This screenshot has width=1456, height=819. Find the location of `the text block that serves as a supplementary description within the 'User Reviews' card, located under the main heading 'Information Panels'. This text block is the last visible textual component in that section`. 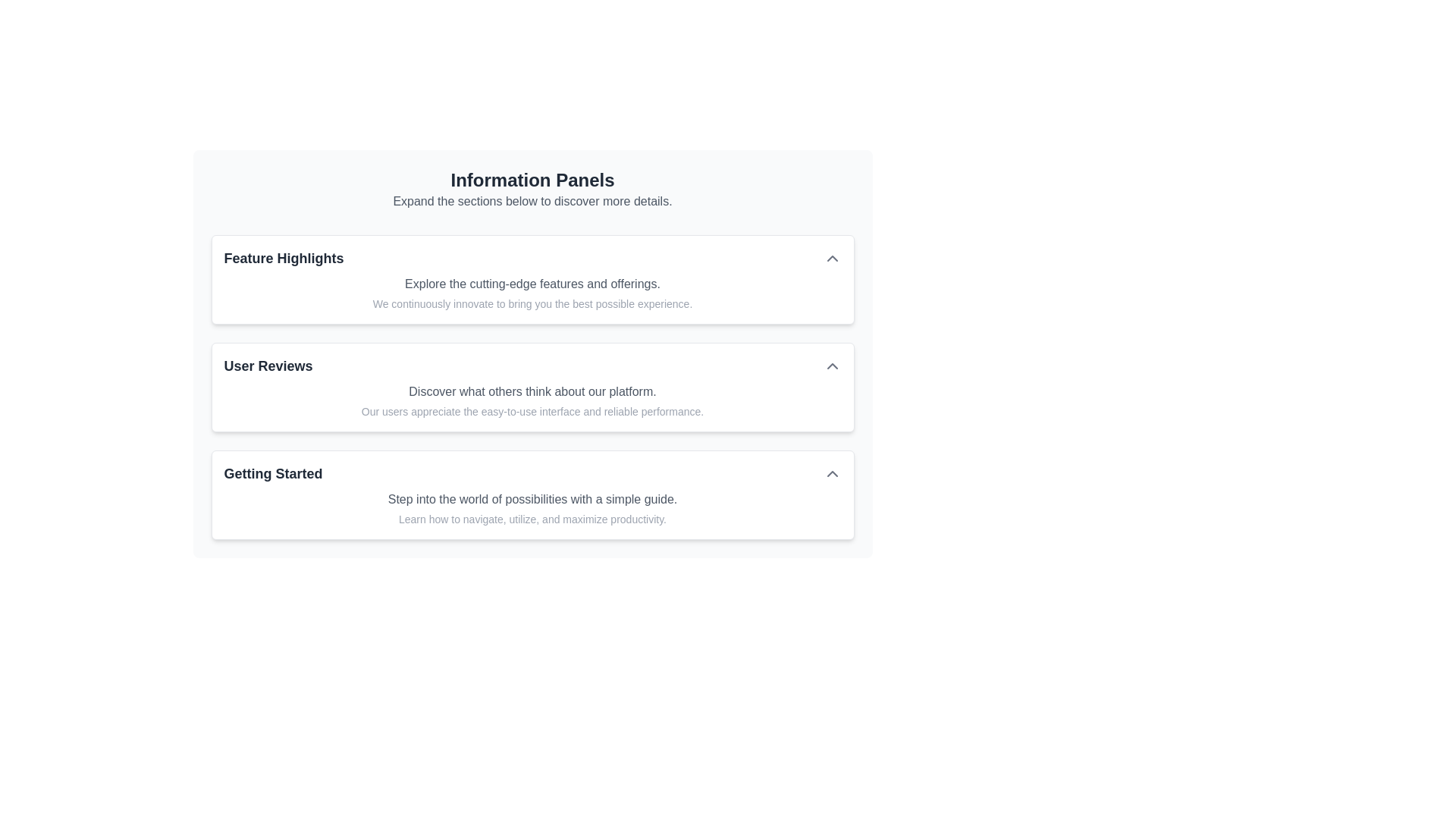

the text block that serves as a supplementary description within the 'User Reviews' card, located under the main heading 'Information Panels'. This text block is the last visible textual component in that section is located at coordinates (532, 412).